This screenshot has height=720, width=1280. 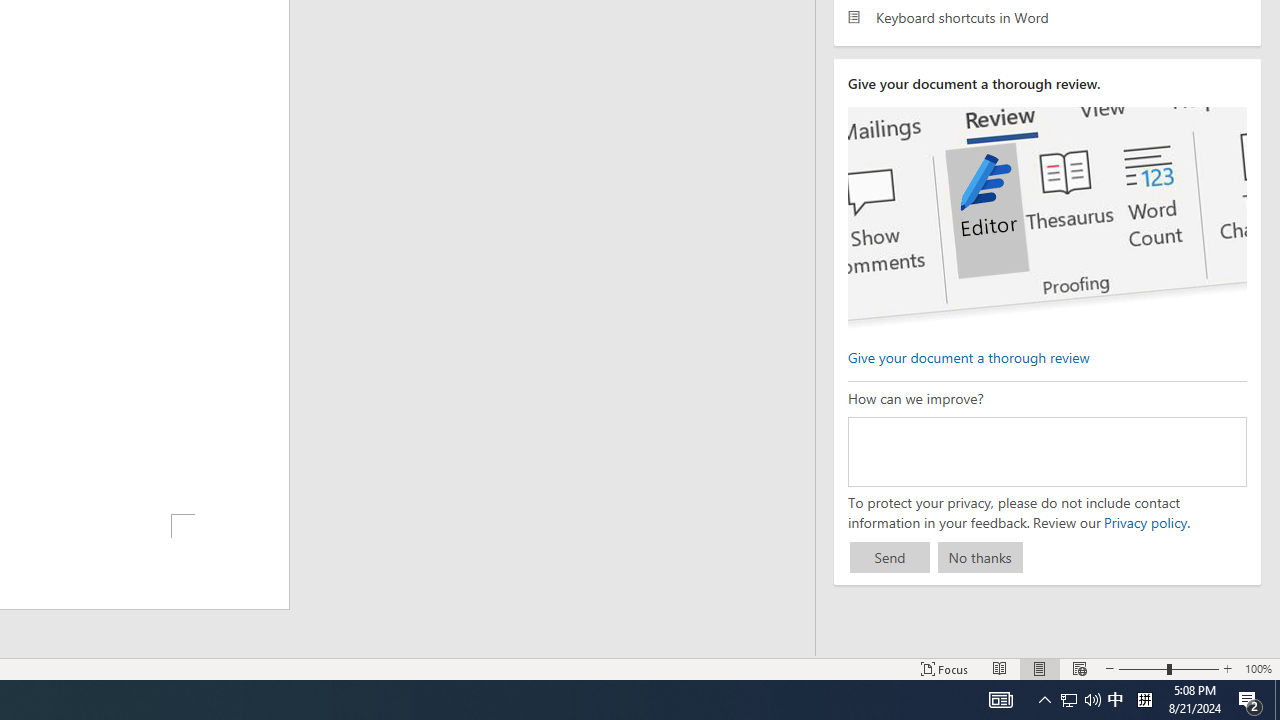 What do you see at coordinates (1040, 669) in the screenshot?
I see `'Print Layout'` at bounding box center [1040, 669].